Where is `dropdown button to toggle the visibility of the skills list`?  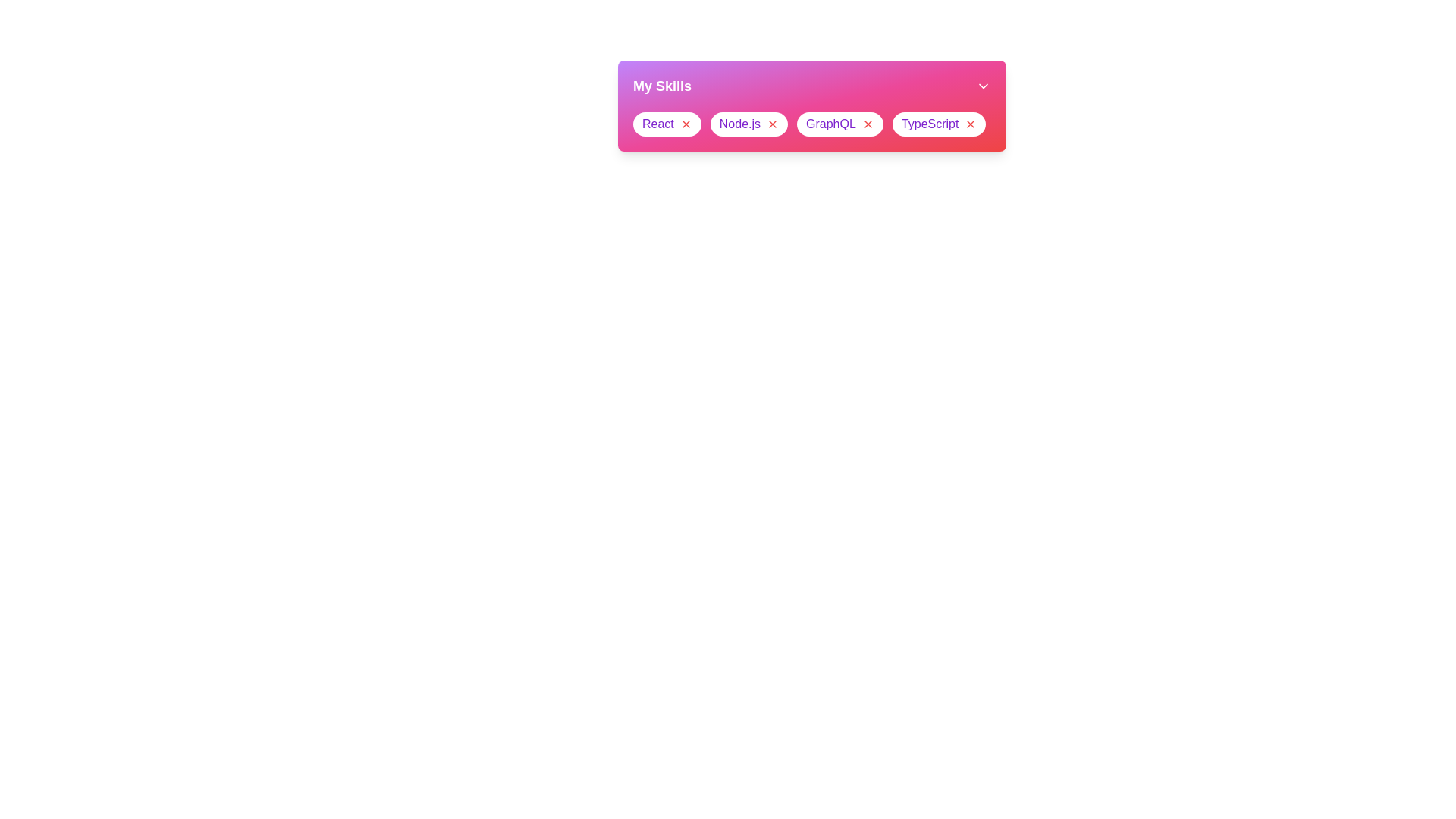
dropdown button to toggle the visibility of the skills list is located at coordinates (983, 86).